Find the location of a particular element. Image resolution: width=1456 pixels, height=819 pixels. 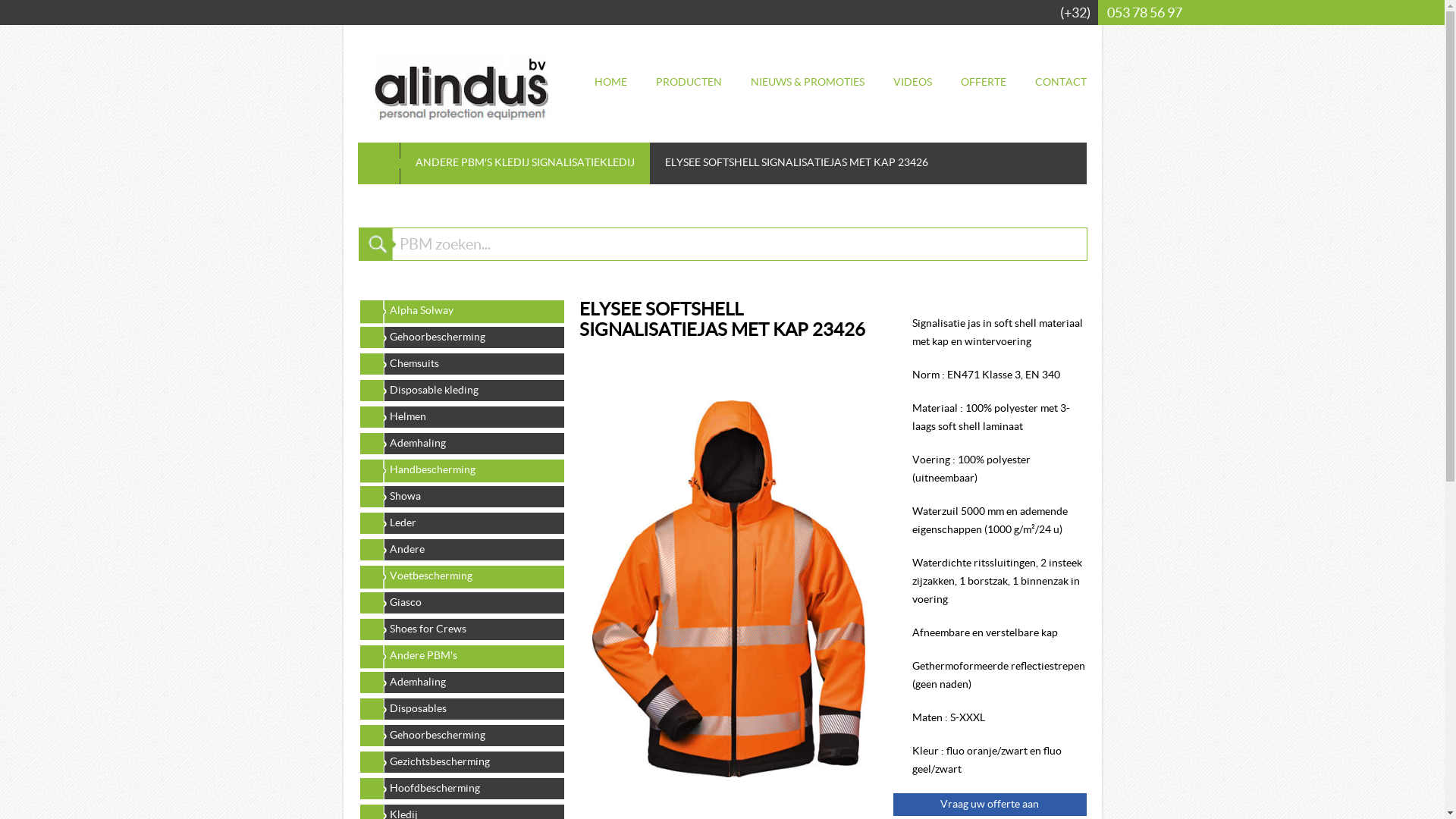

'Chemsuits' is located at coordinates (460, 362).